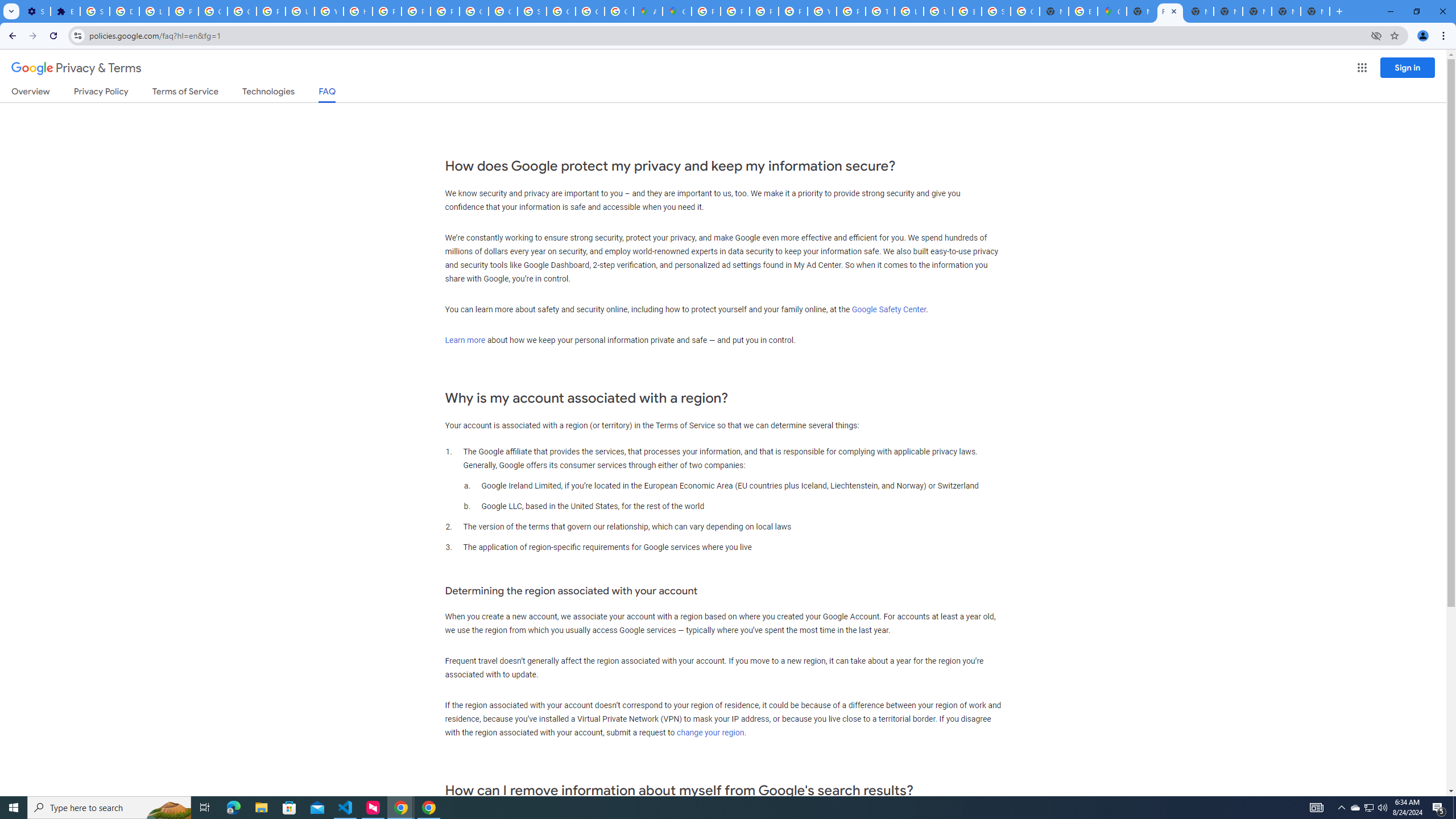 The image size is (1456, 819). I want to click on 'Google Maps', so click(677, 11).